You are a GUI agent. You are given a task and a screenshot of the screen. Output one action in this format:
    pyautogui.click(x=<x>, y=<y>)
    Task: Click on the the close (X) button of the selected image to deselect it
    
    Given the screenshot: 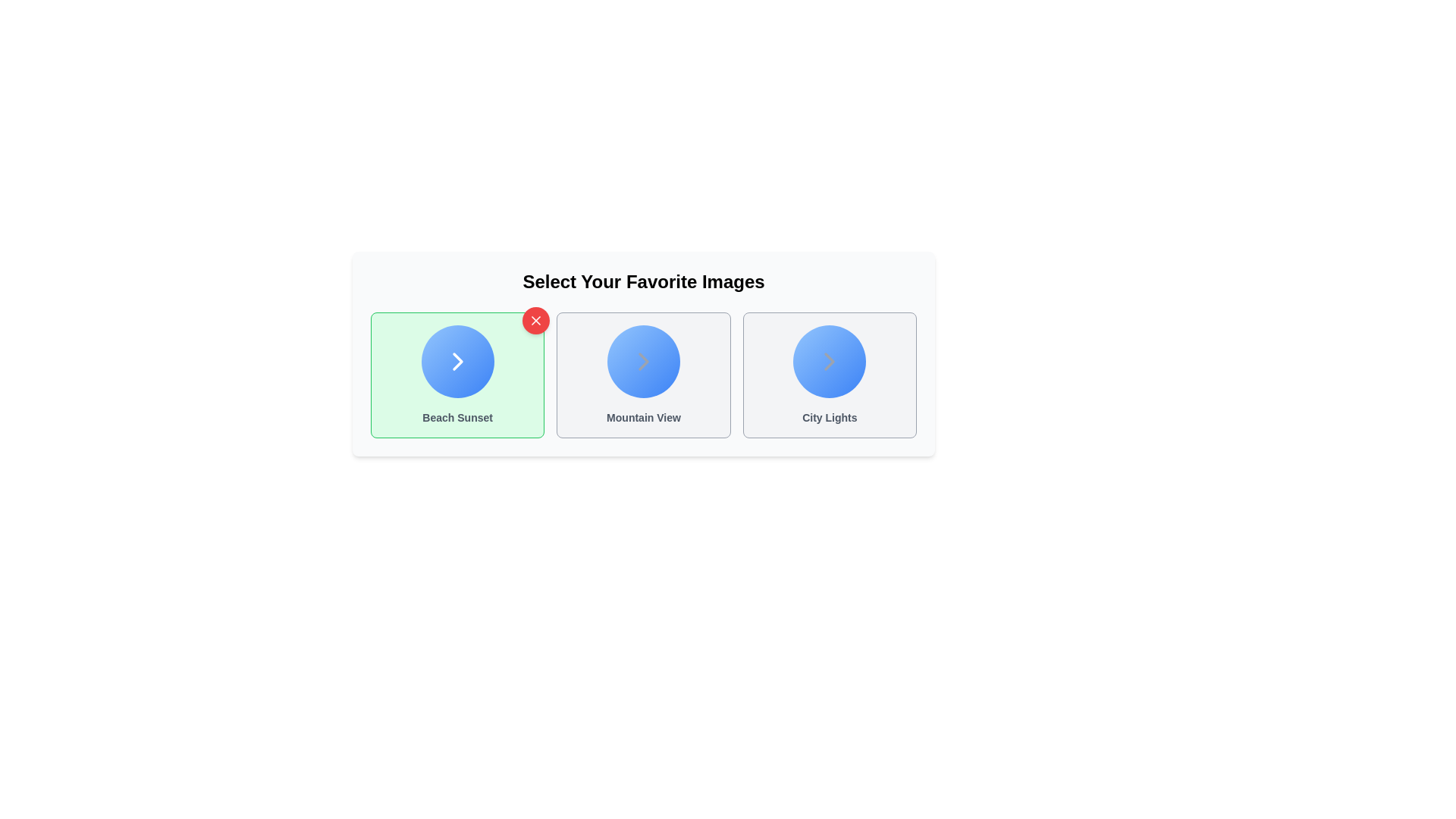 What is the action you would take?
    pyautogui.click(x=535, y=320)
    